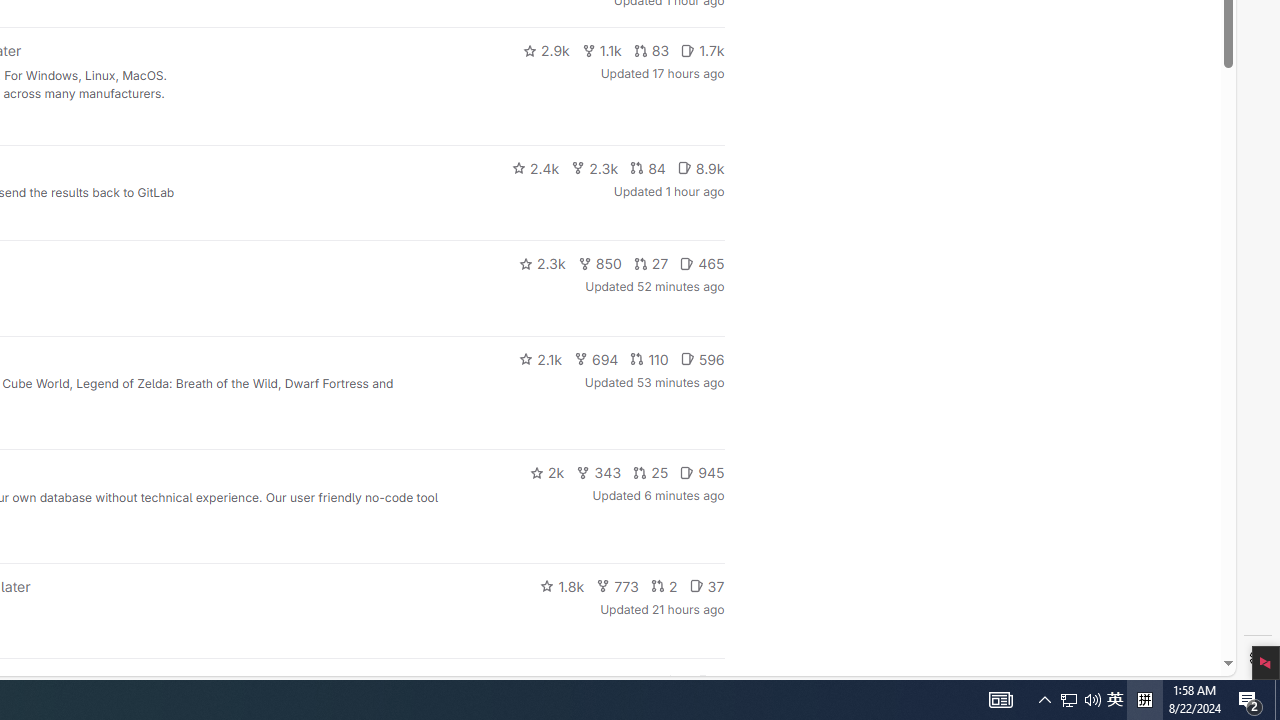 Image resolution: width=1280 pixels, height=720 pixels. What do you see at coordinates (572, 680) in the screenshot?
I see `'1.4k'` at bounding box center [572, 680].